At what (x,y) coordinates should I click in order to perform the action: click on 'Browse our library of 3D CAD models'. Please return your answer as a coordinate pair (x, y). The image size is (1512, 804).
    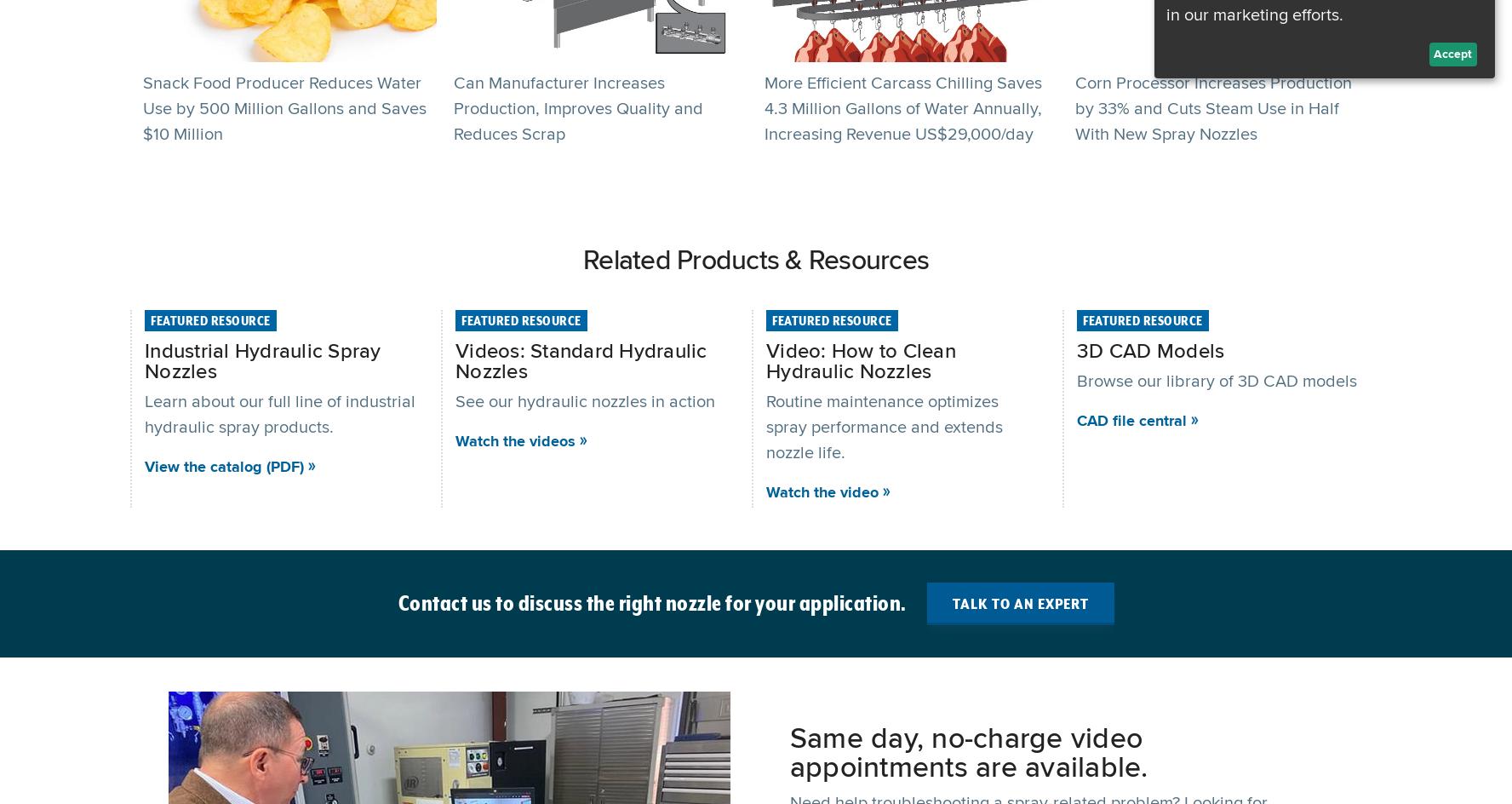
    Looking at the image, I should click on (1218, 379).